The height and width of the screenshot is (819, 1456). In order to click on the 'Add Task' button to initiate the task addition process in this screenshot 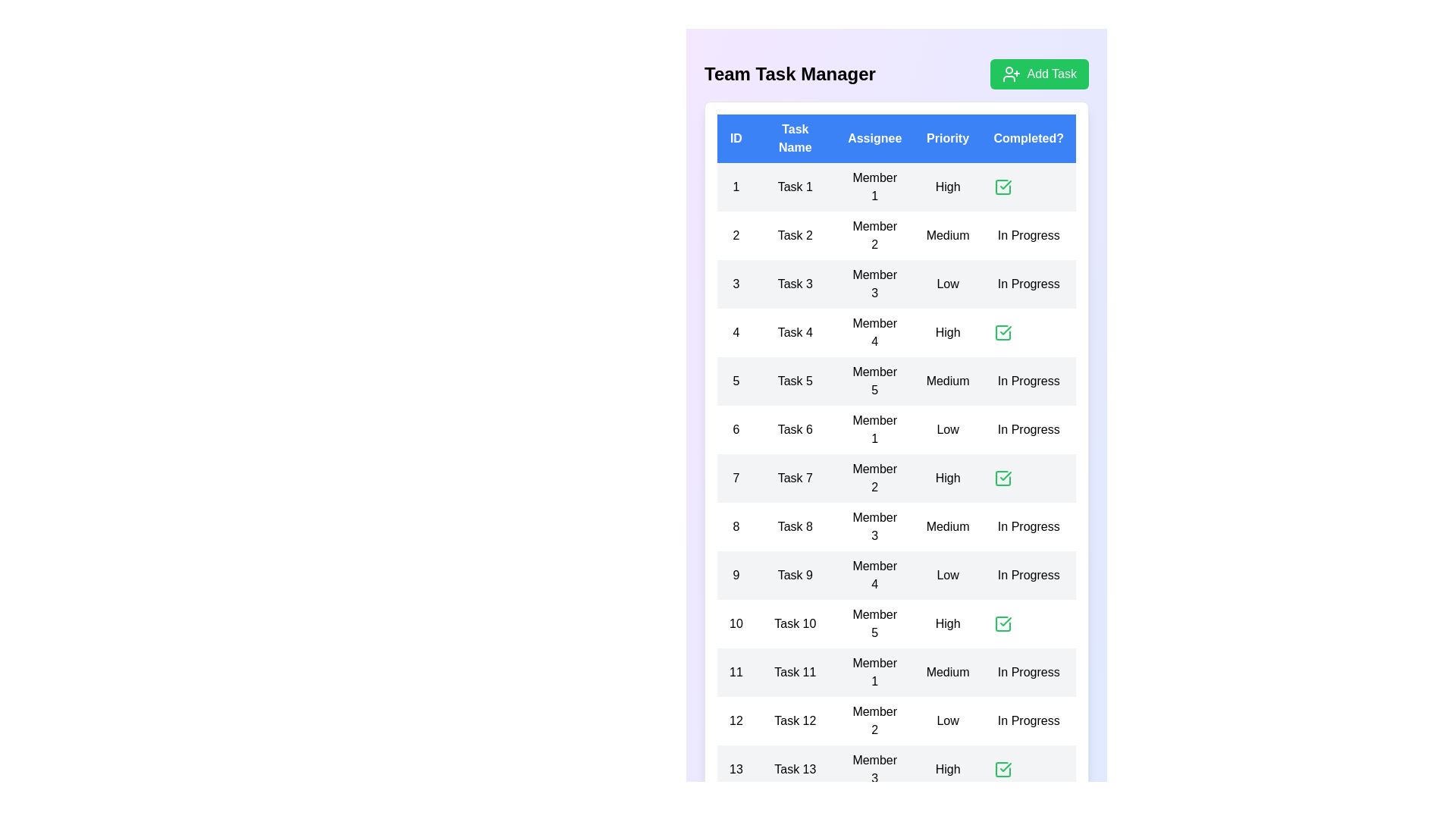, I will do `click(1039, 74)`.